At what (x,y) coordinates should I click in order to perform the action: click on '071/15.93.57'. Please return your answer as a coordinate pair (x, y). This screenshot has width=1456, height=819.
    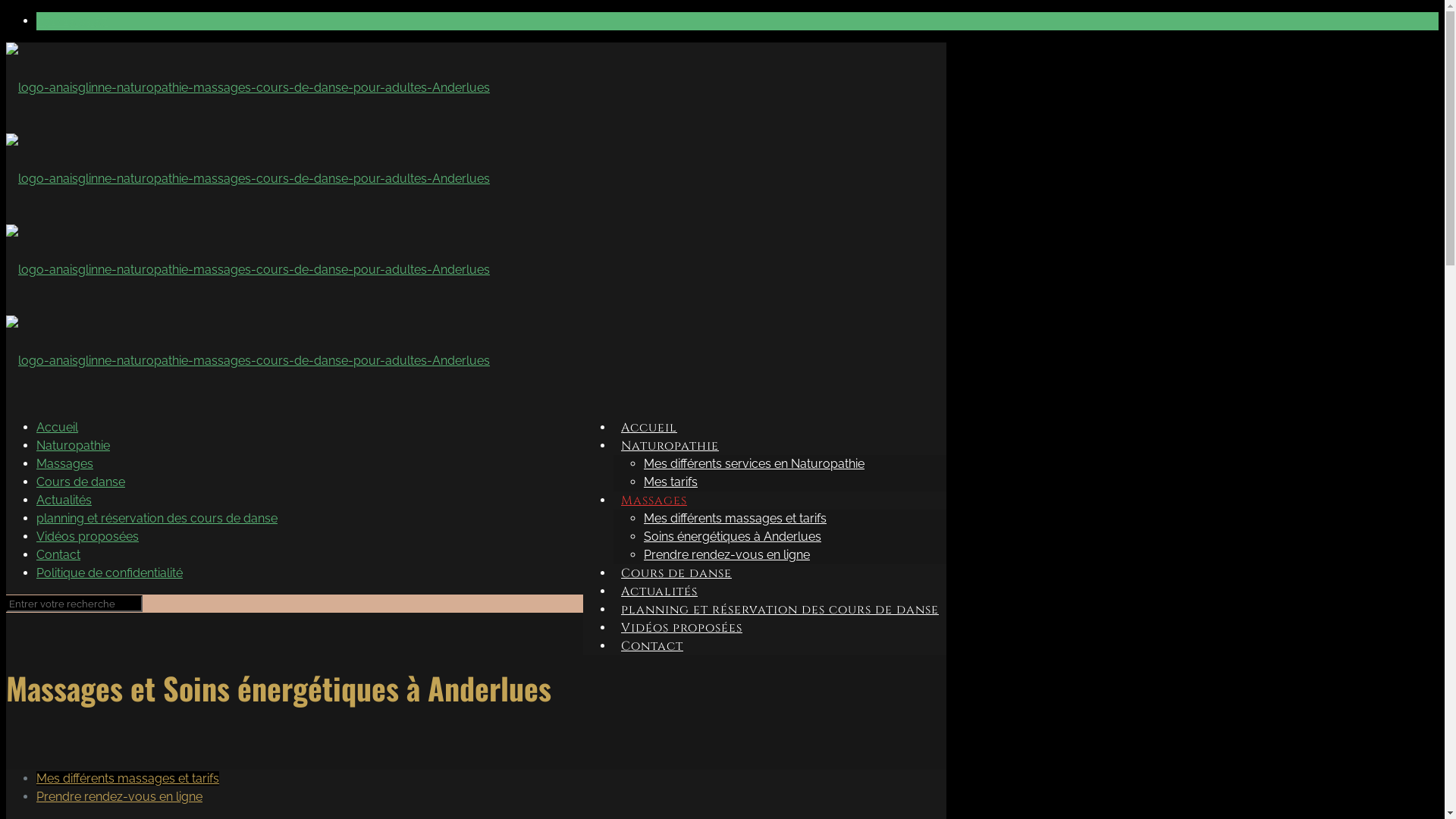
    Looking at the image, I should click on (71, 20).